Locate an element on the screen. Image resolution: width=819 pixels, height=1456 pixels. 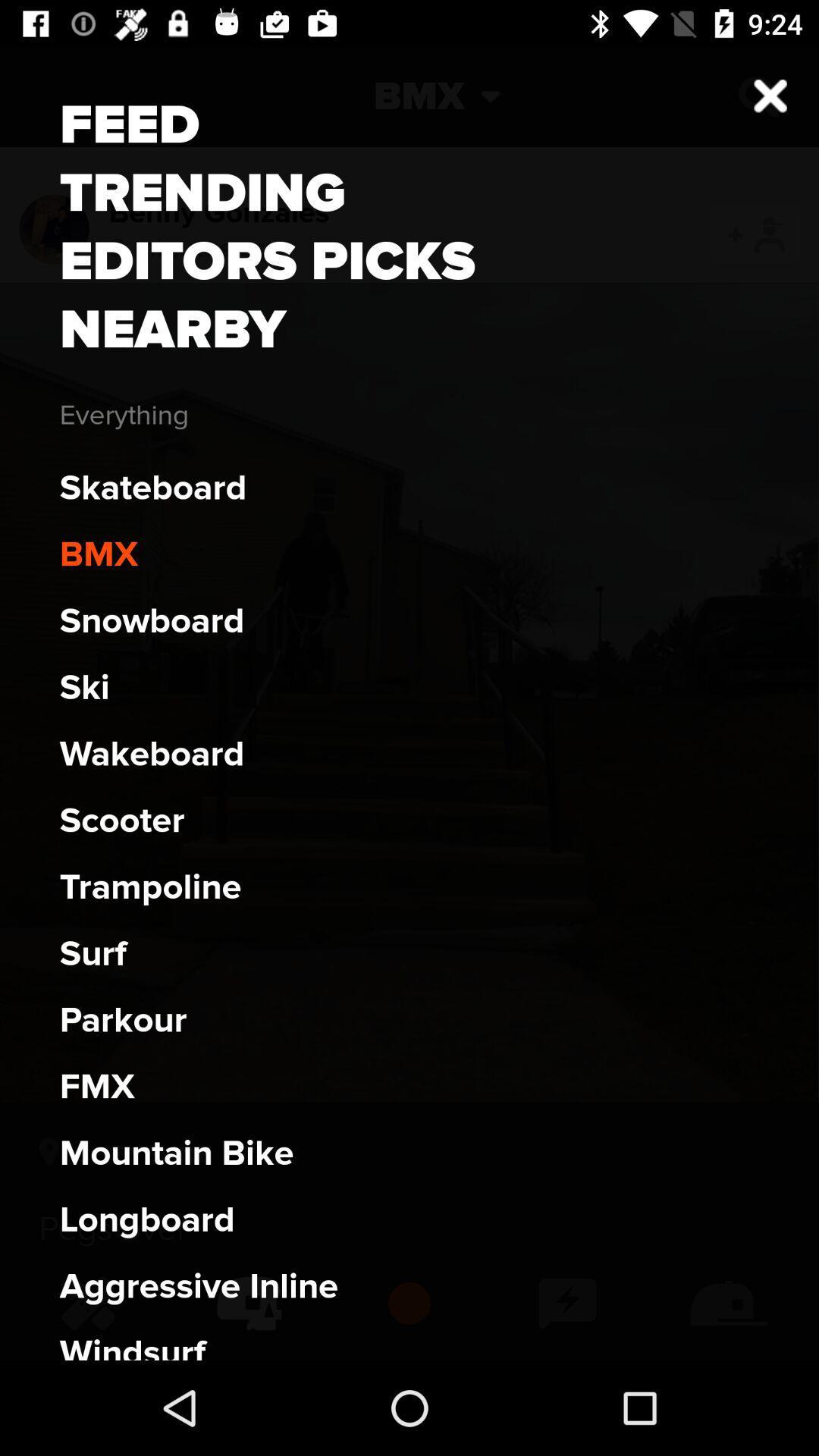
the expand_more icon is located at coordinates (502, 96).